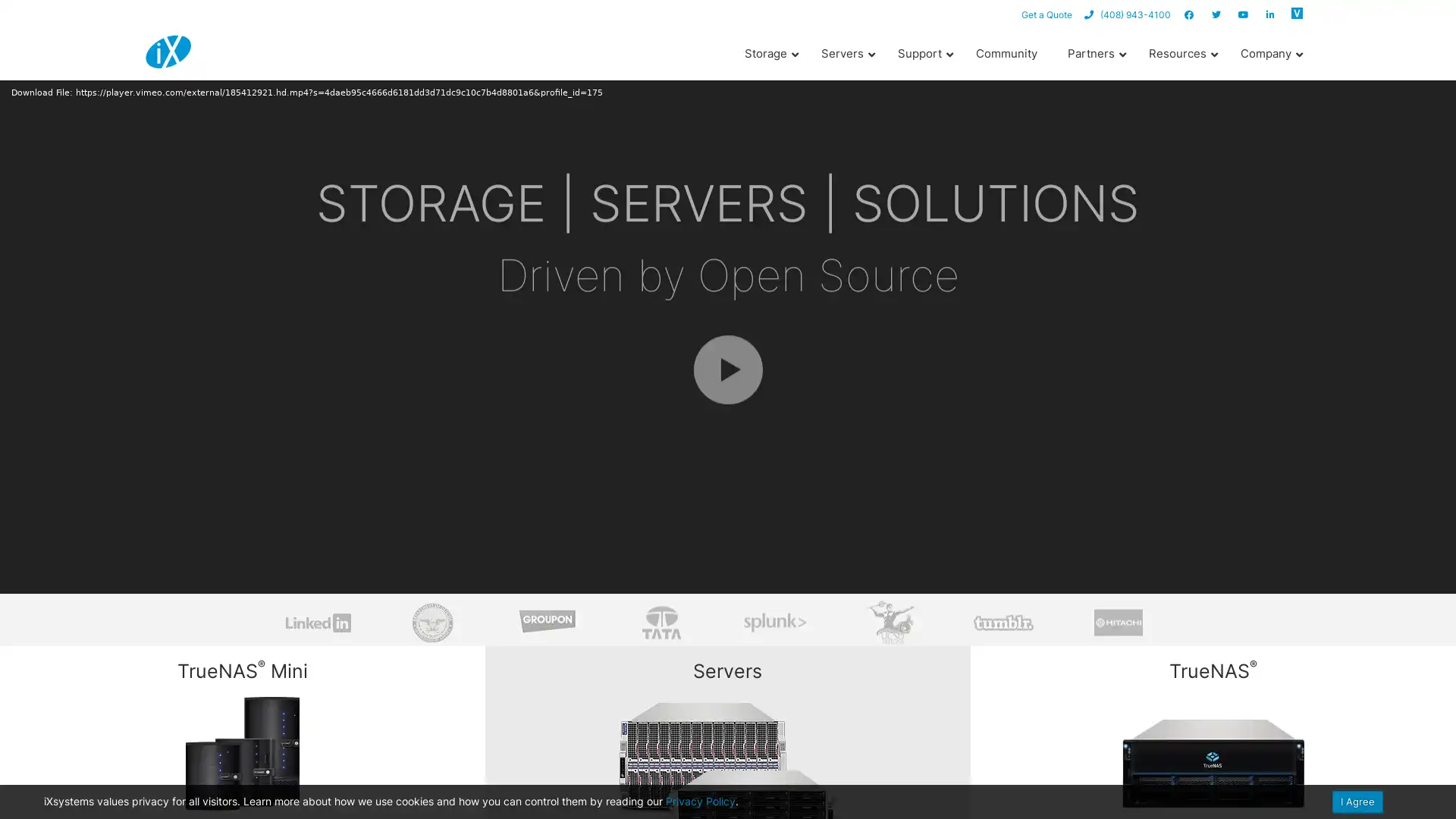 The image size is (1456, 819). What do you see at coordinates (1357, 801) in the screenshot?
I see `I Agree` at bounding box center [1357, 801].